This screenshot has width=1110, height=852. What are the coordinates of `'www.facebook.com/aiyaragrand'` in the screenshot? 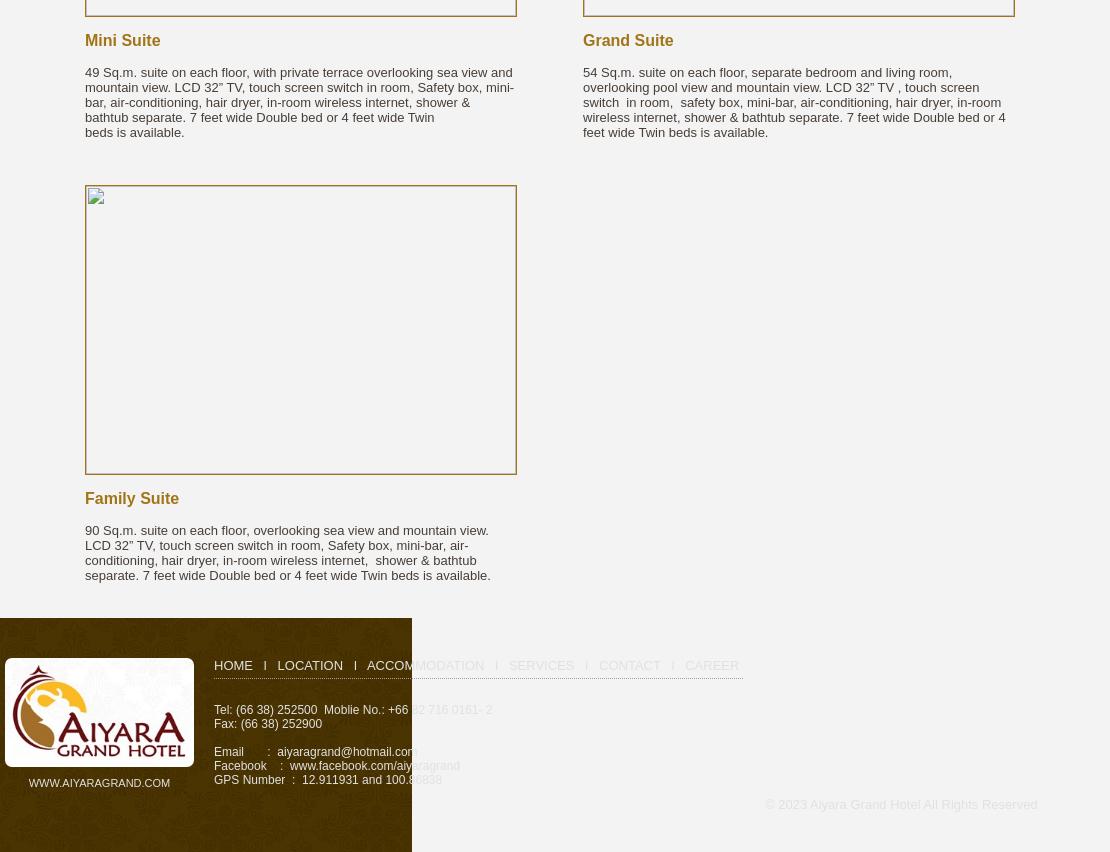 It's located at (374, 766).